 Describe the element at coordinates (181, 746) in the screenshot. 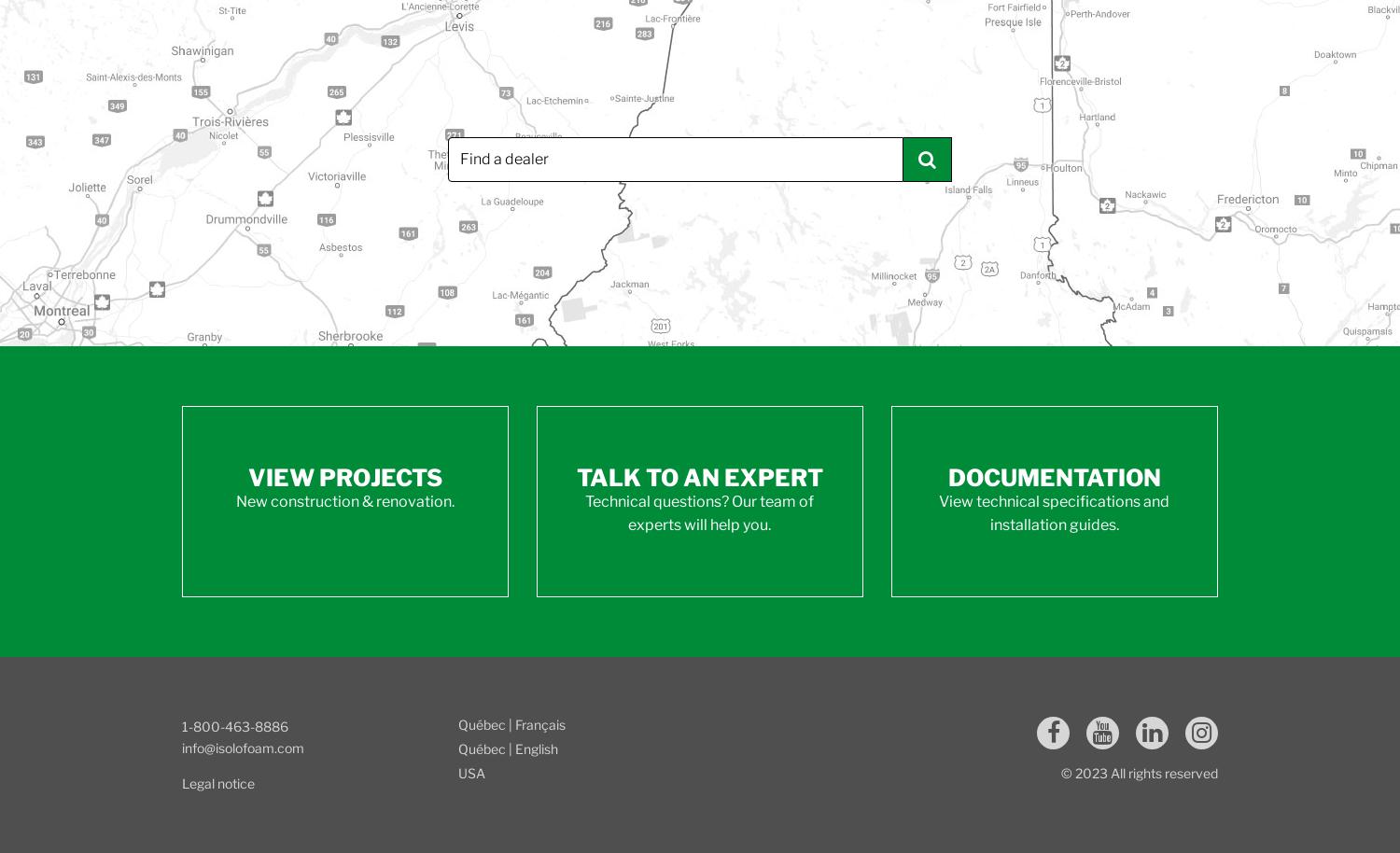

I see `'info@isolofoam.com'` at that location.